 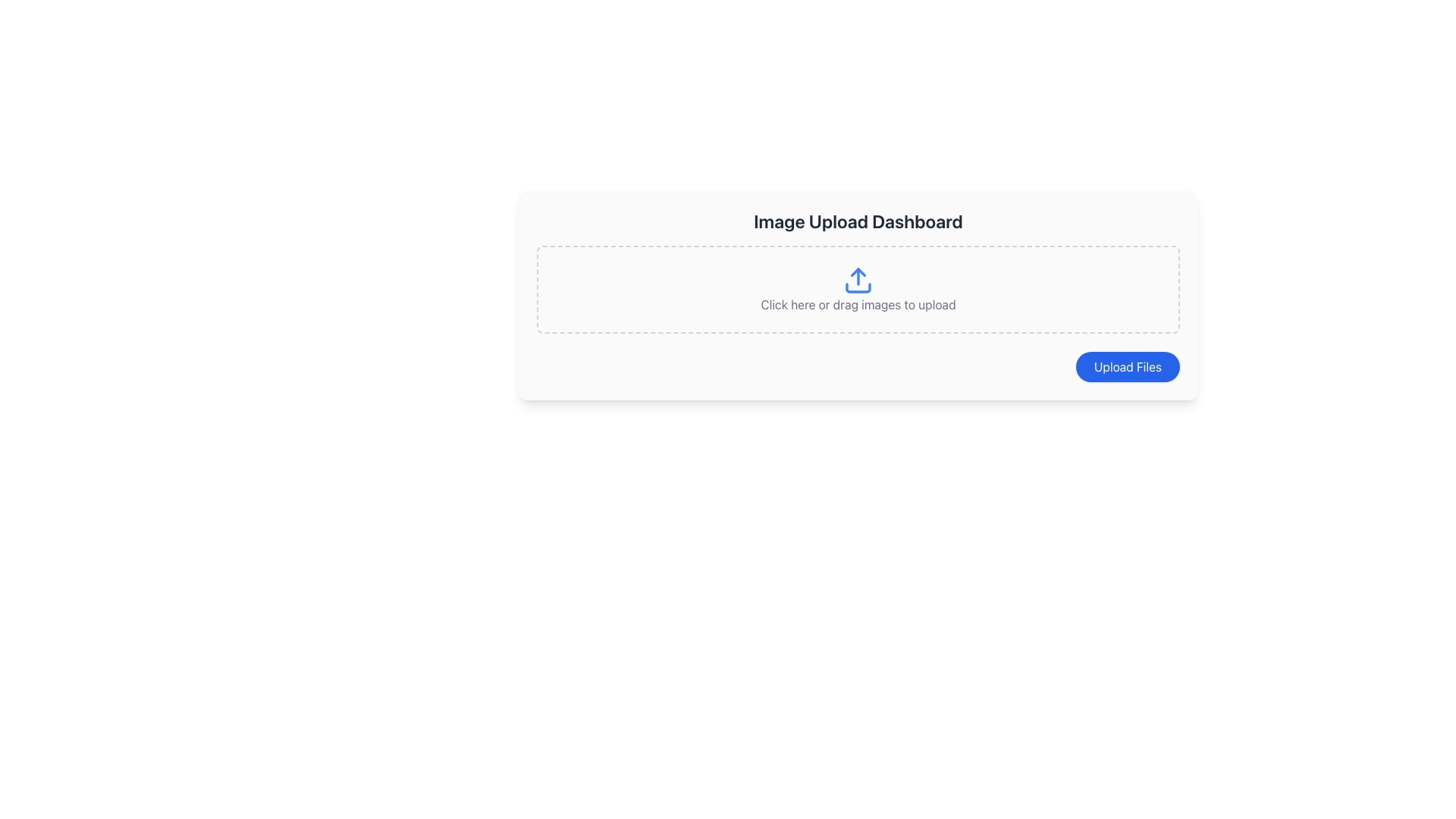 What do you see at coordinates (858, 281) in the screenshot?
I see `the blue upload icon with an upward arrow, located in the file upload section labeled 'Click here or drag images to upload'` at bounding box center [858, 281].